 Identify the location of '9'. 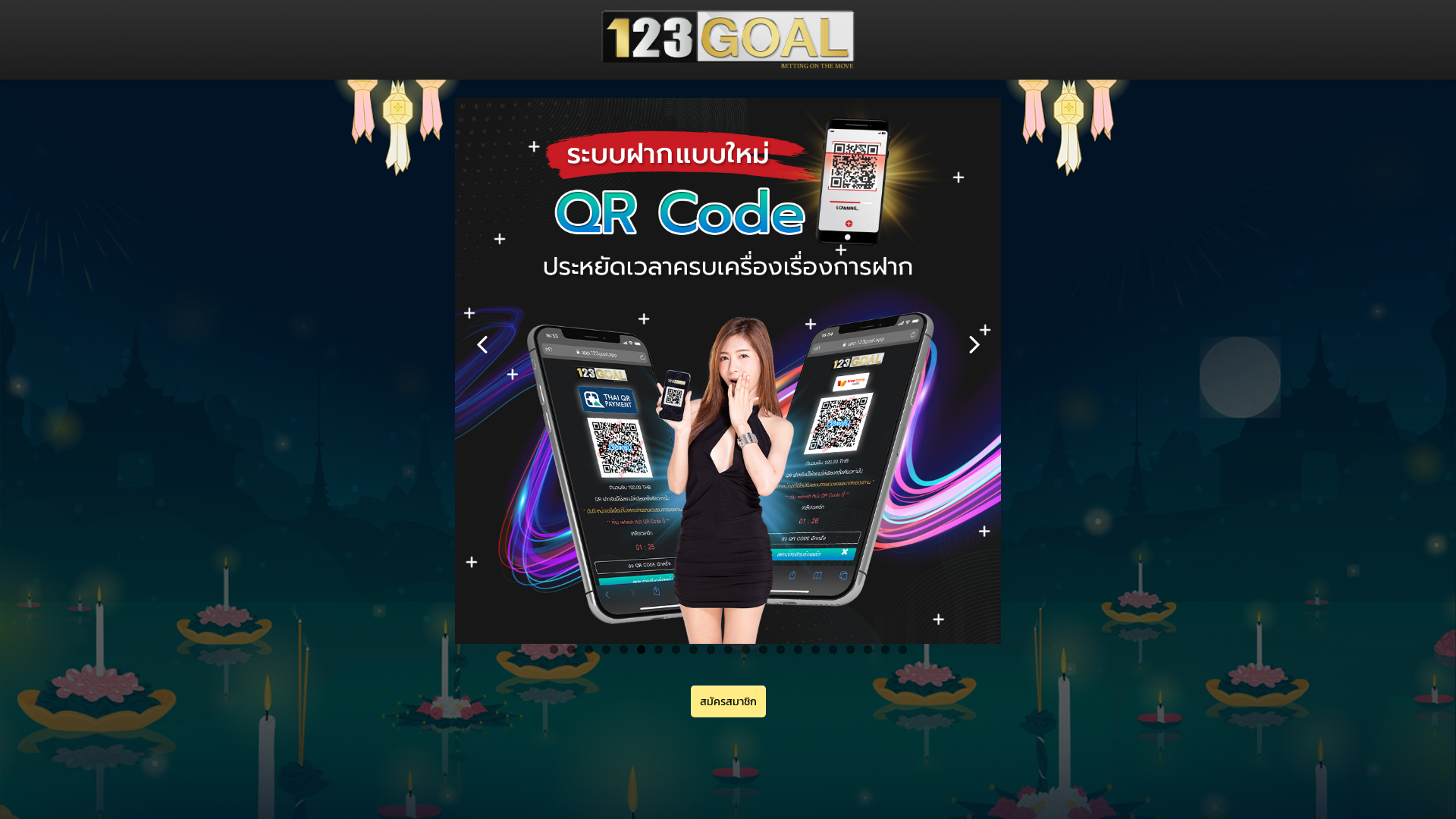
(692, 648).